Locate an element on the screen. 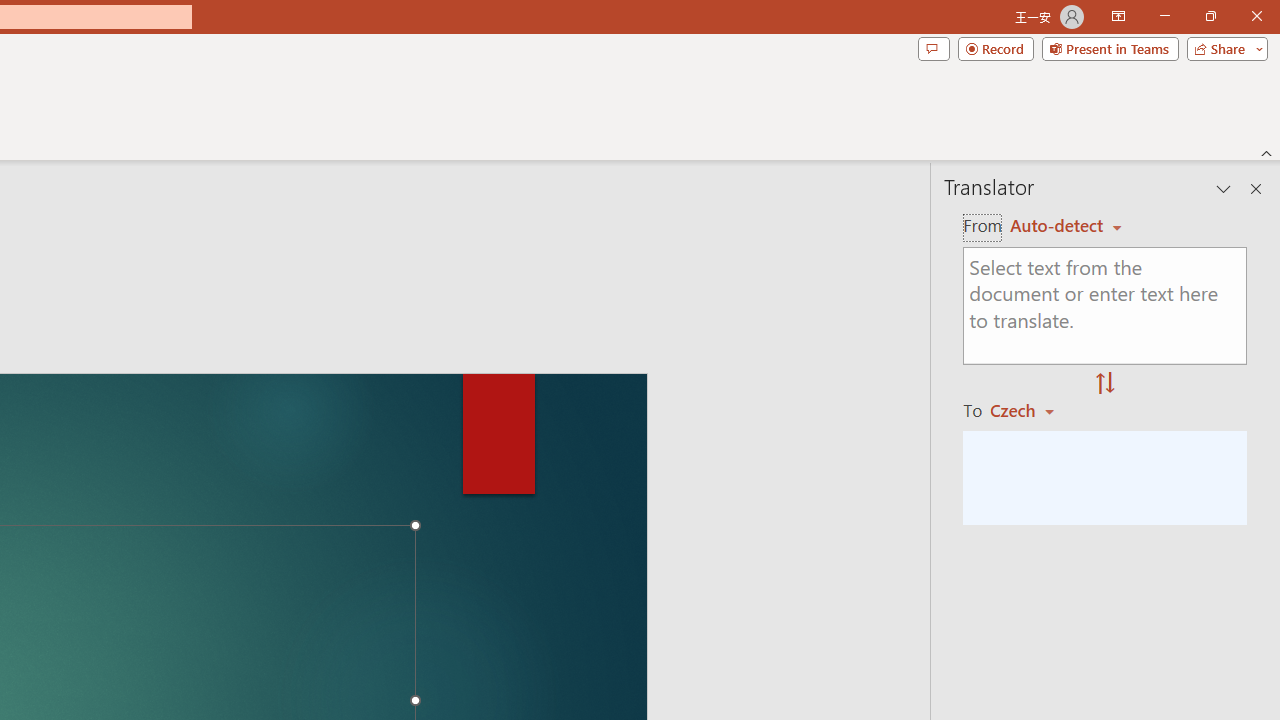 This screenshot has height=720, width=1280. 'Comments' is located at coordinates (932, 47).